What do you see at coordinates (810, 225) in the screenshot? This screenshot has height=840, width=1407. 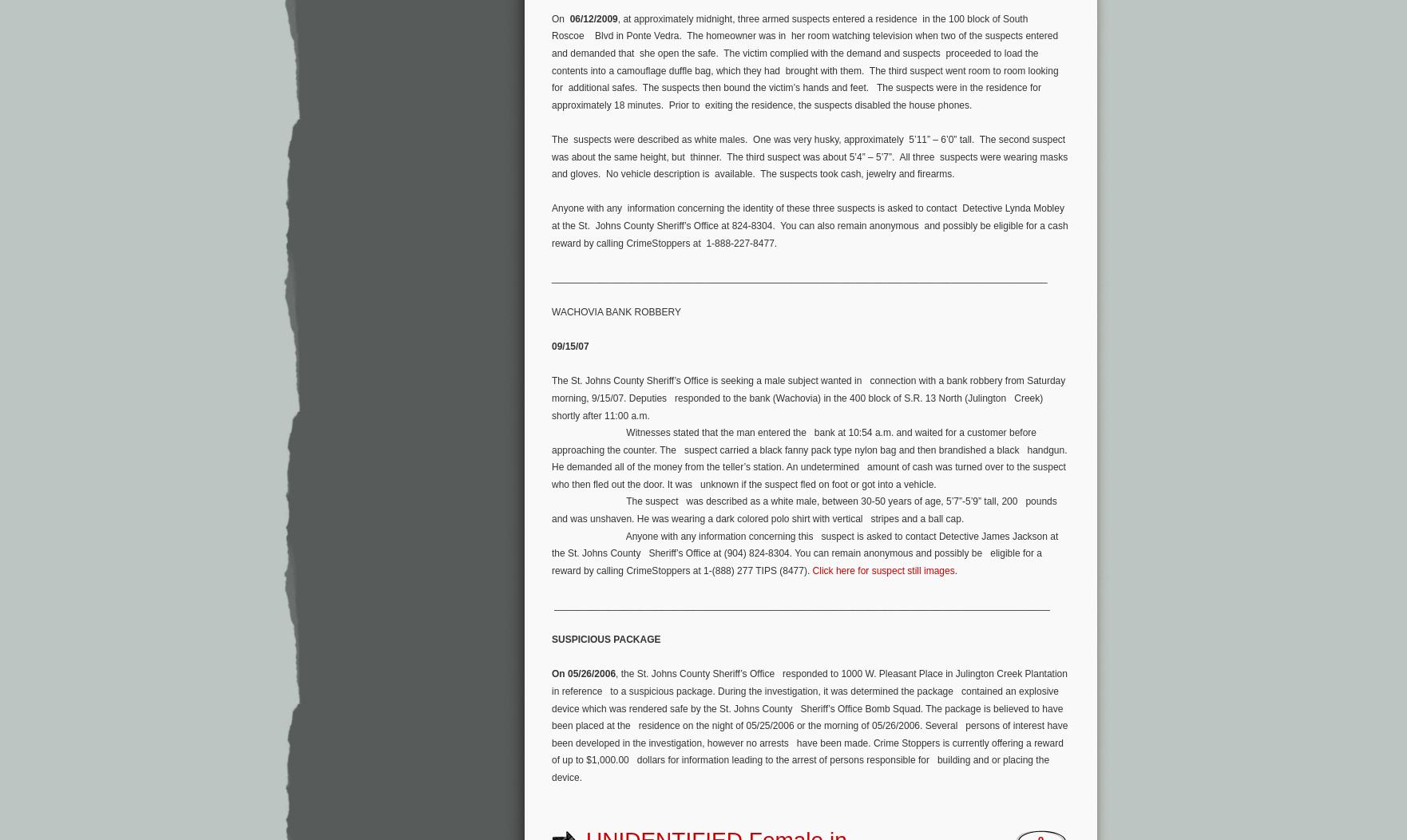 I see `'Anyone with any  information concerning the identity of these three suspects is asked to contact  Detective Lynda Mobley at the St.  Johns County Sheriff’s Office at 824-8304.  You can also remain anonymous  and possibly be eligible for a cash reward by calling CrimeStoppers at  1-888-227-8477.'` at bounding box center [810, 225].